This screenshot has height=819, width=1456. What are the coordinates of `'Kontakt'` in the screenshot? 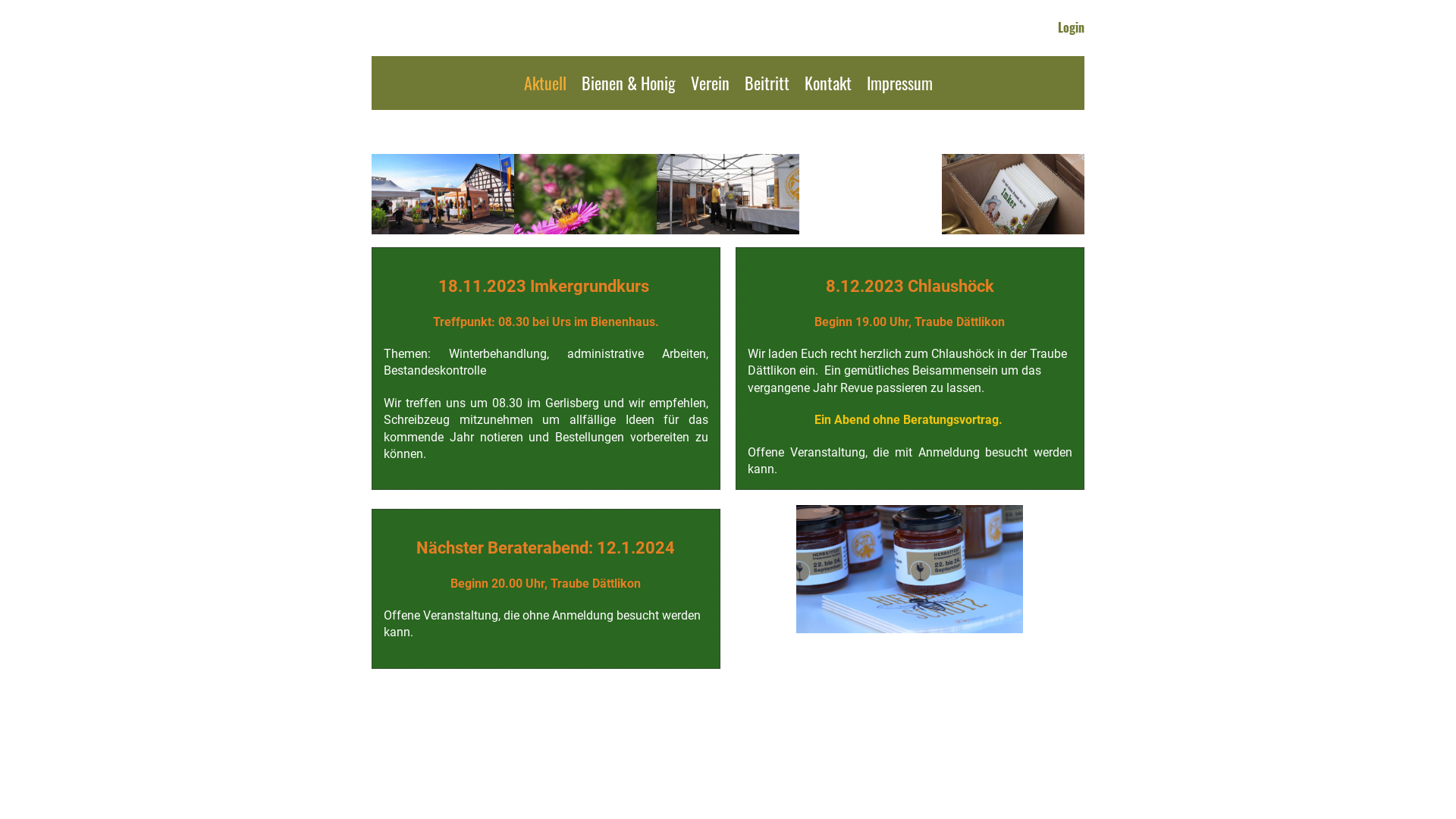 It's located at (826, 83).